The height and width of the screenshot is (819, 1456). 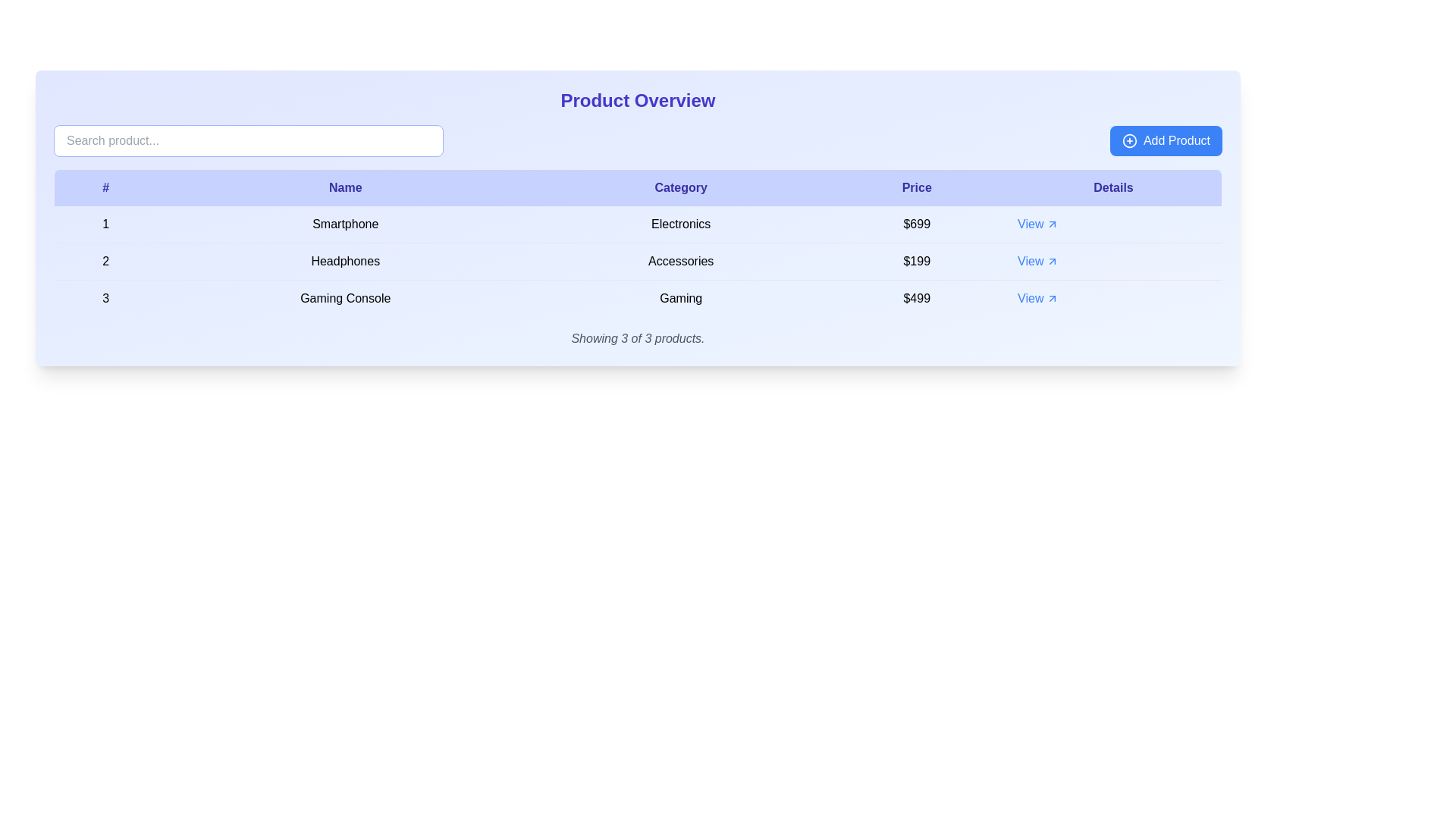 I want to click on the 'Category' text label located in the third row of the table, positioned between '$499' on the right and 'Gaming Console' on the left, so click(x=680, y=298).